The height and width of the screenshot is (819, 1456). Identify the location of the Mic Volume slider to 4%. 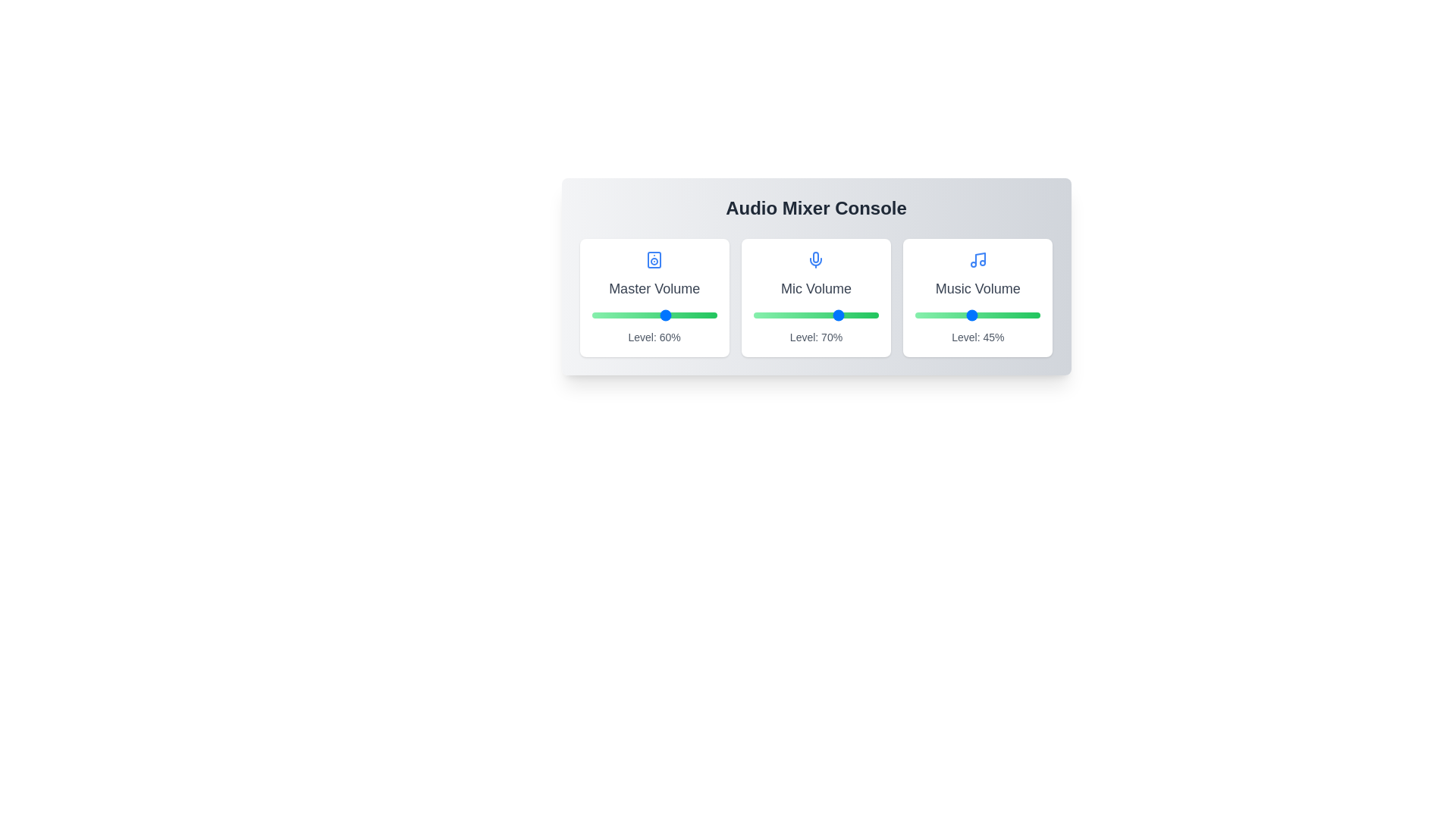
(758, 315).